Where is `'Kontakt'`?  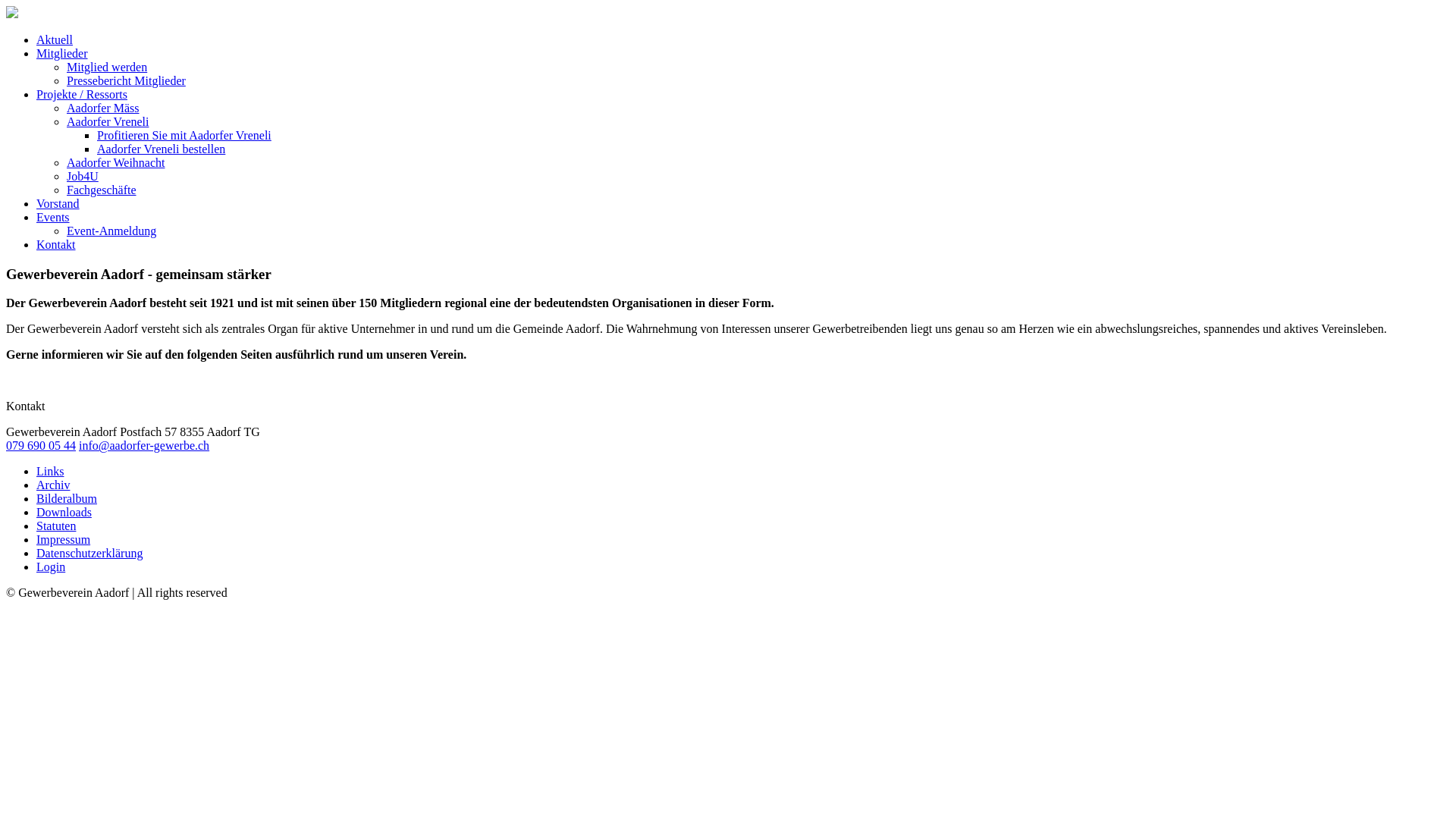 'Kontakt' is located at coordinates (55, 243).